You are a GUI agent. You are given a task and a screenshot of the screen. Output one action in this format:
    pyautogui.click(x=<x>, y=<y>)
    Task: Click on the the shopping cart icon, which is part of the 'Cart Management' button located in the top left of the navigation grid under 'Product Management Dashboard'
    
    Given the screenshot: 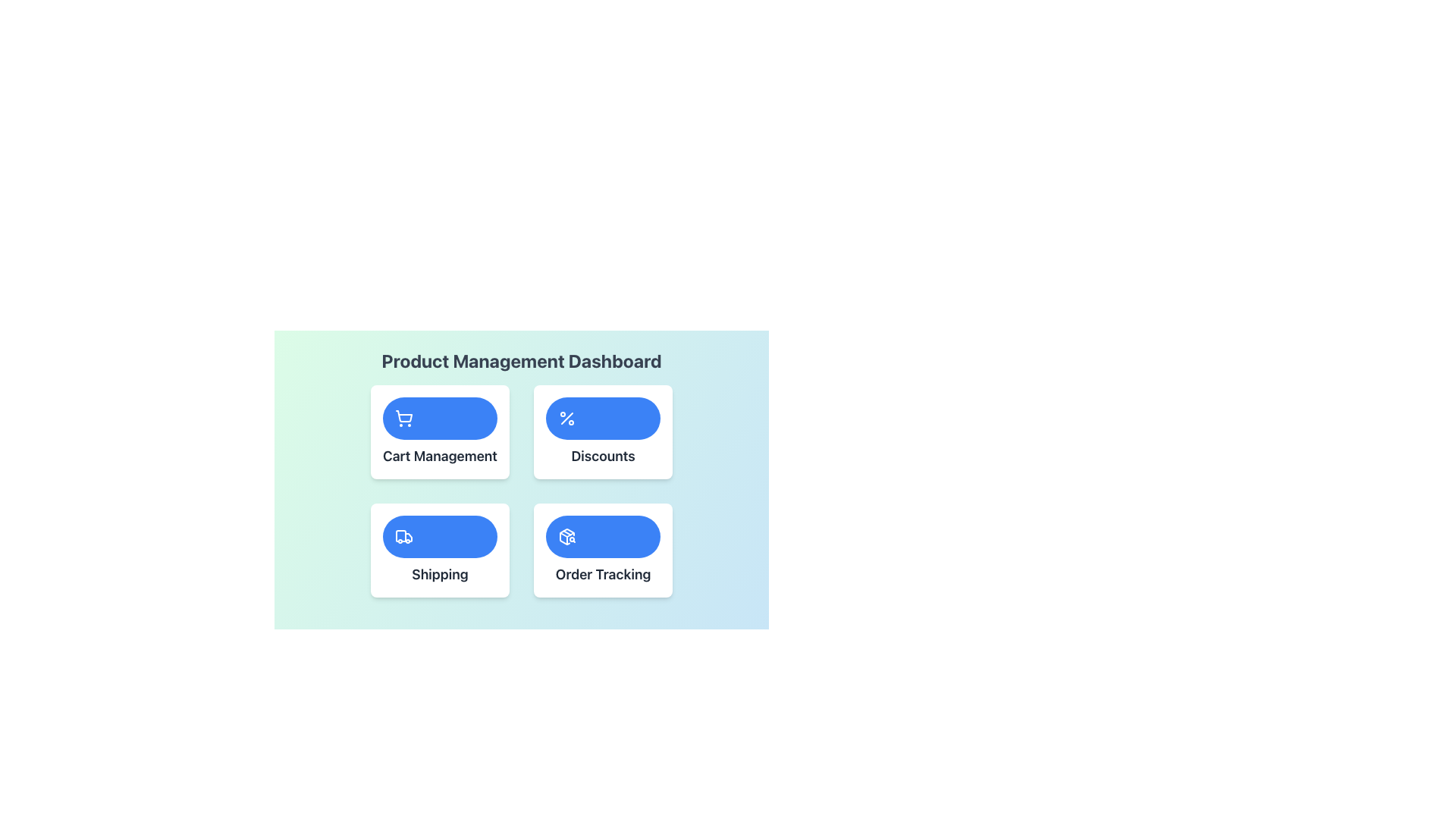 What is the action you would take?
    pyautogui.click(x=403, y=418)
    